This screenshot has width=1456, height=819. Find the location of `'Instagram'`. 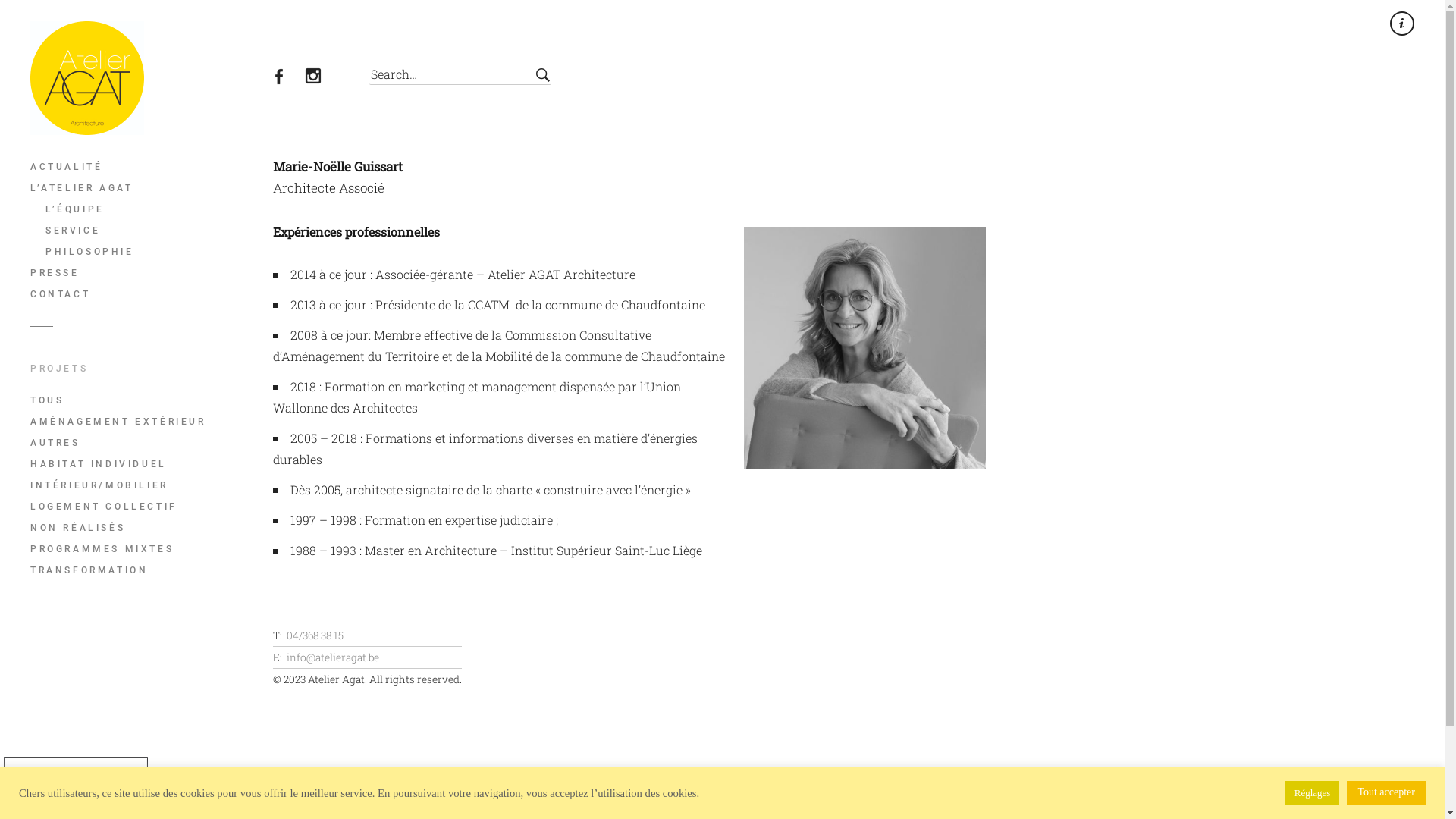

'Instagram' is located at coordinates (321, 78).